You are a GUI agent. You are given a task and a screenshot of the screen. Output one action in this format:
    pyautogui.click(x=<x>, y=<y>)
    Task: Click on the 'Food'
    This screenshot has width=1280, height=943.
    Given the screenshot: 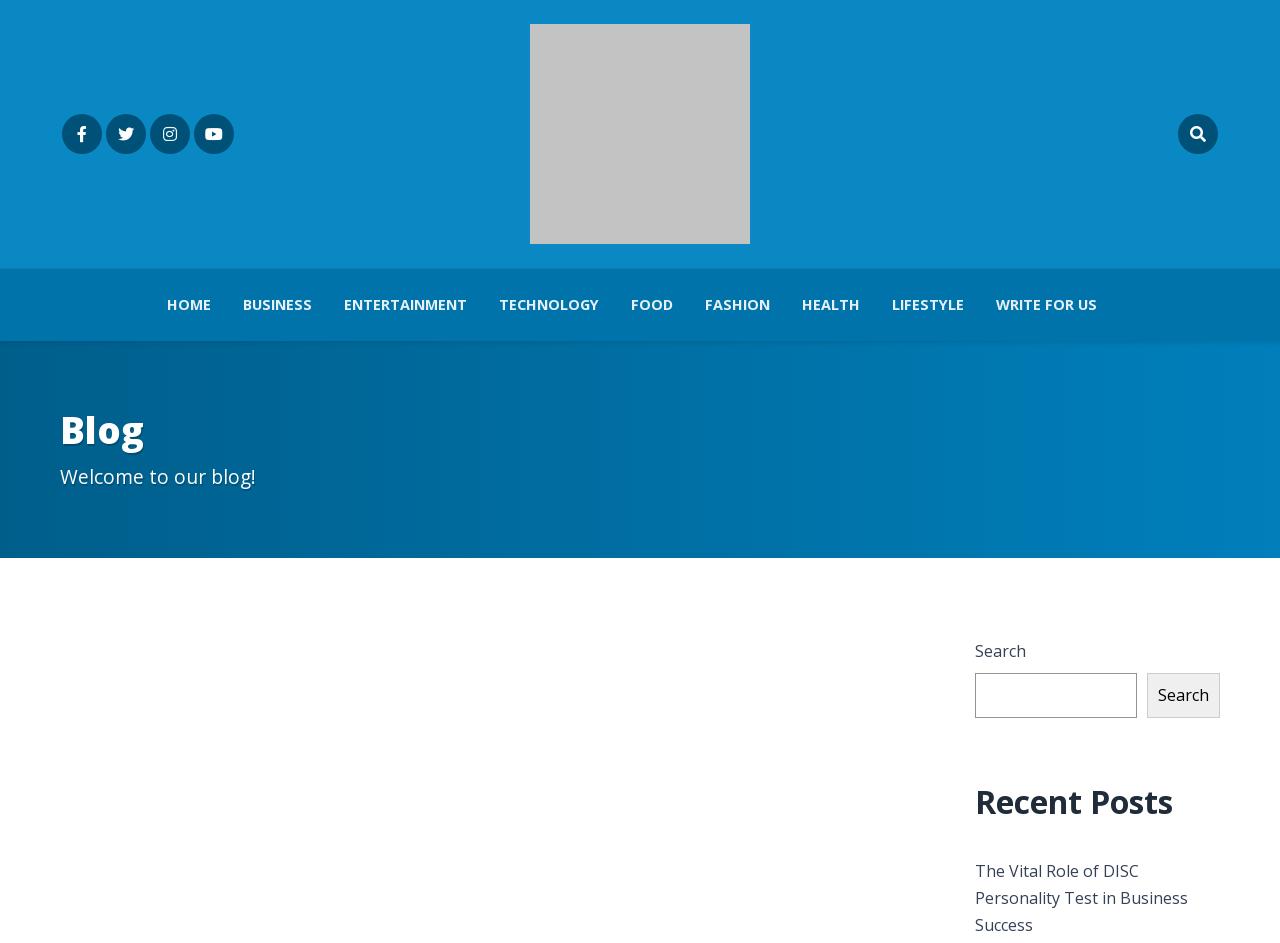 What is the action you would take?
    pyautogui.click(x=630, y=303)
    